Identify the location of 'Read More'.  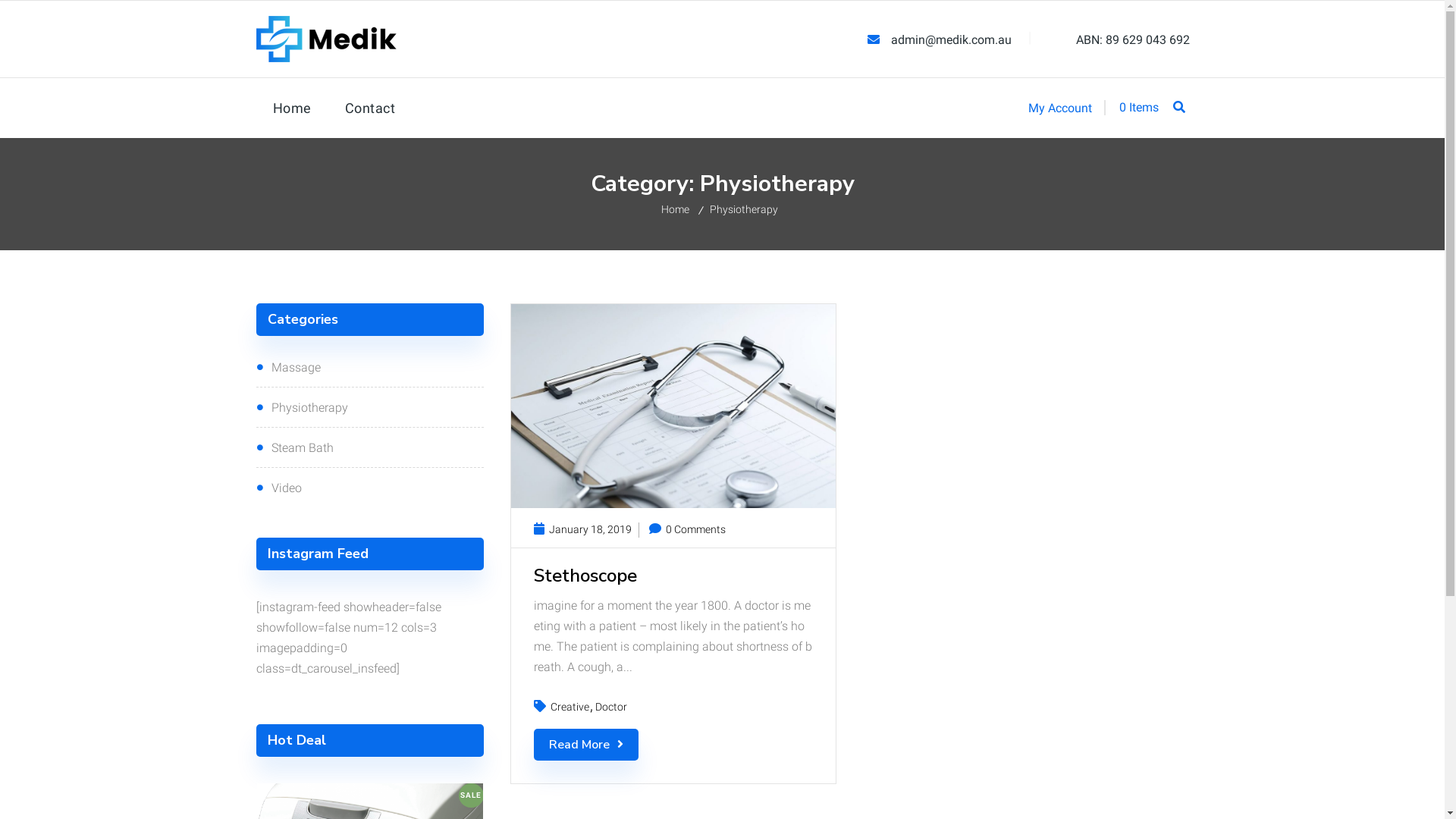
(534, 744).